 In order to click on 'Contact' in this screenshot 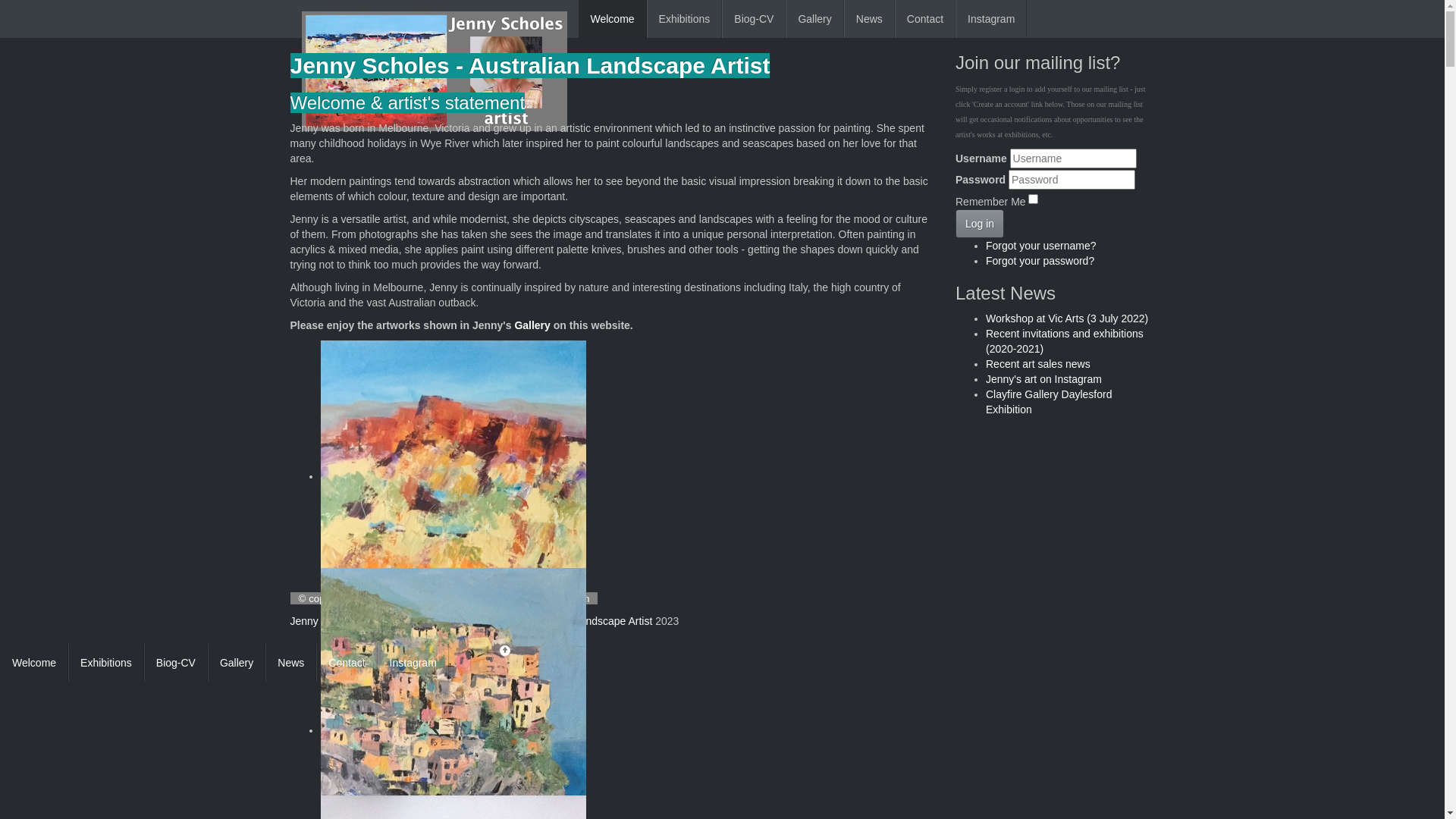, I will do `click(315, 662)`.